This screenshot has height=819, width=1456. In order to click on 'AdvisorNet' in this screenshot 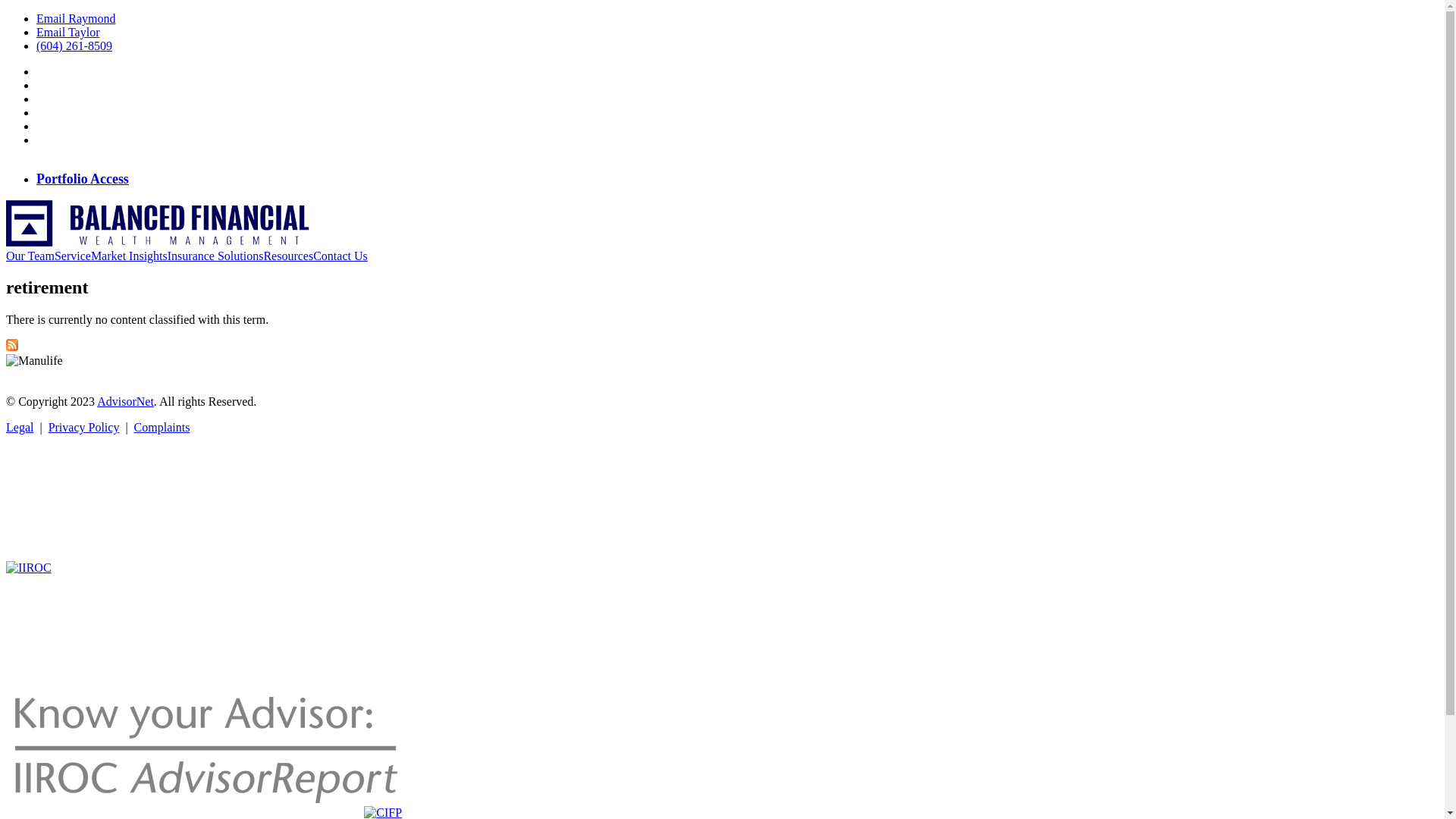, I will do `click(125, 400)`.